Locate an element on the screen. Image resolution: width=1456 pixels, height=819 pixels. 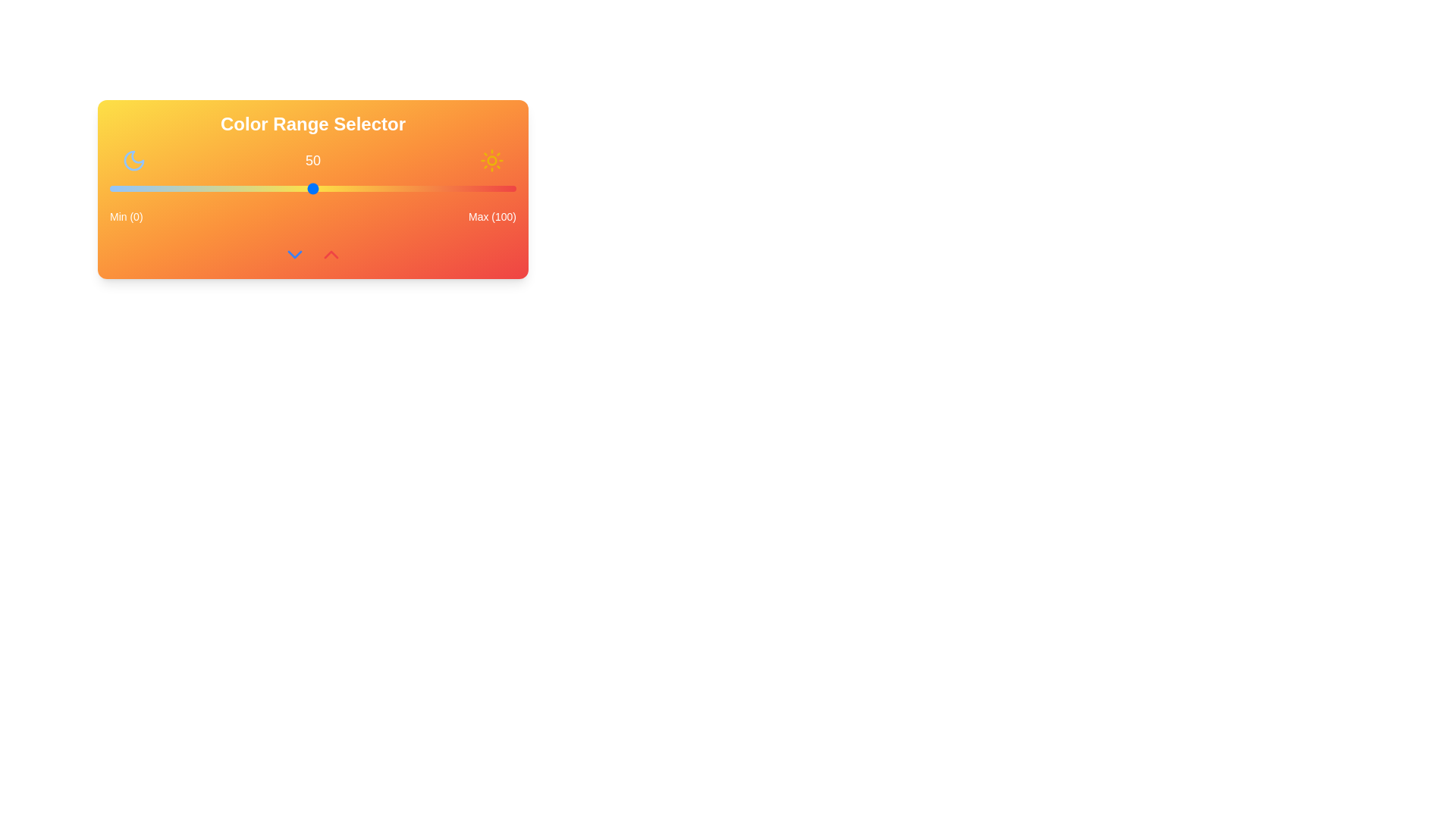
the ChevronUp icon to perform the corresponding action is located at coordinates (330, 253).